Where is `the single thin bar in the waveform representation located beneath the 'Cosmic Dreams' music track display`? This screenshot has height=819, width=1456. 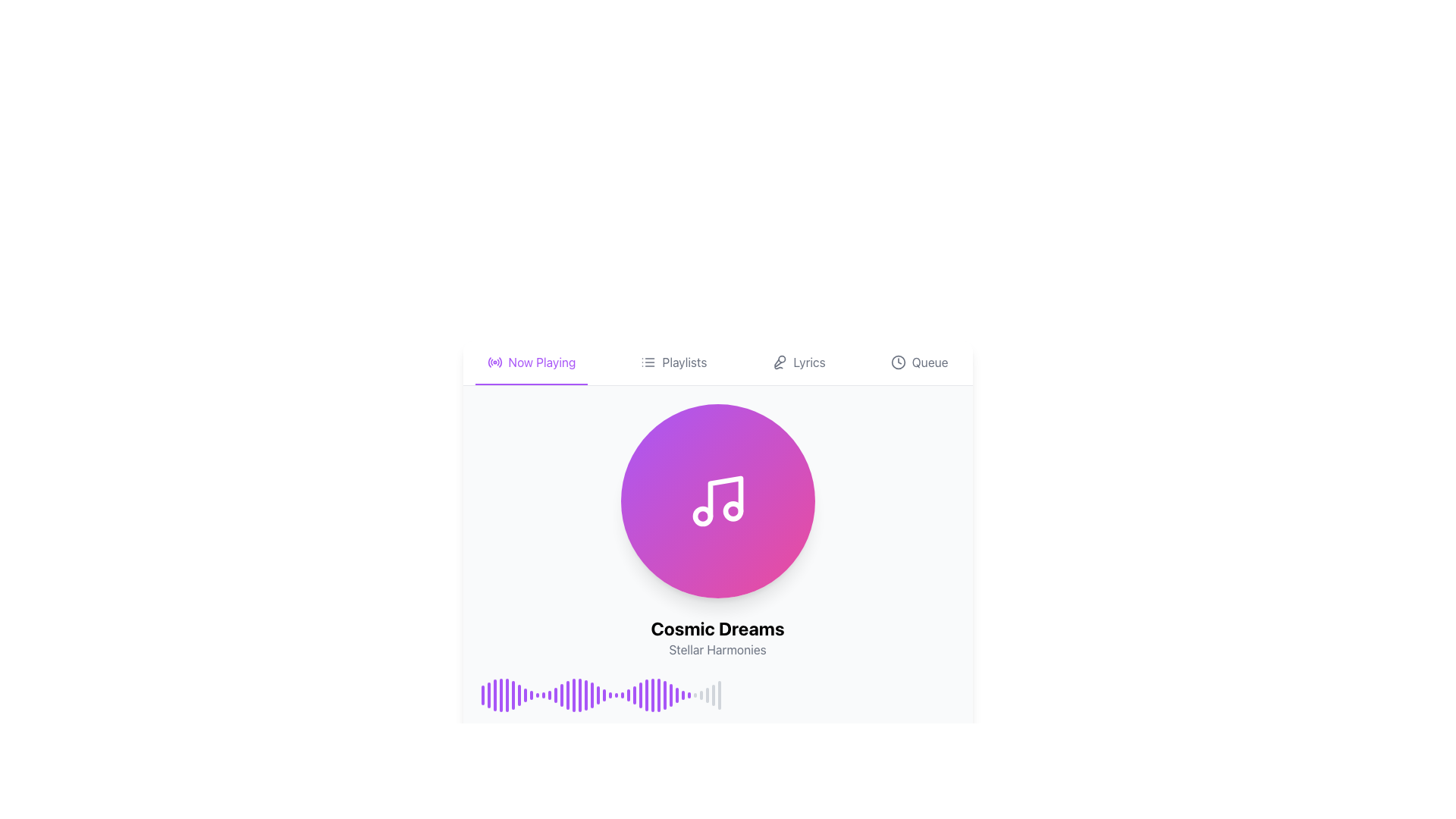 the single thin bar in the waveform representation located beneath the 'Cosmic Dreams' music track display is located at coordinates (718, 695).